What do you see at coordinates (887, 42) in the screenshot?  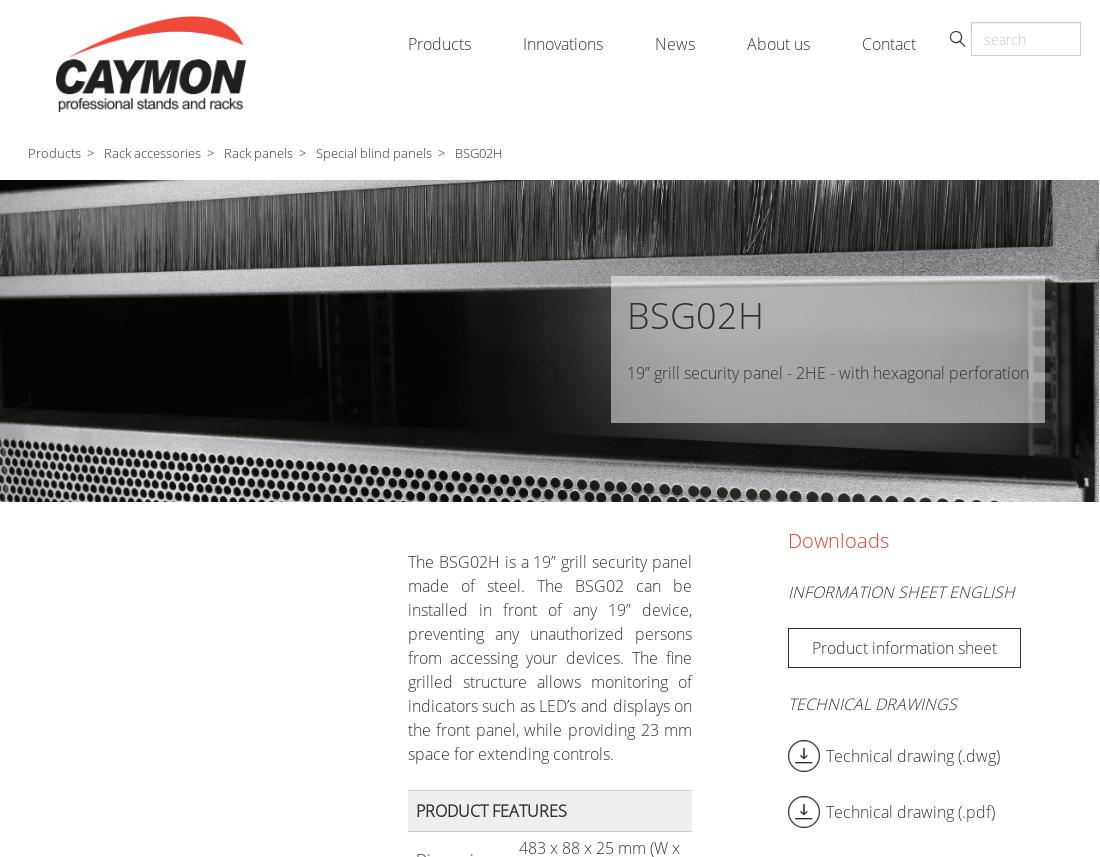 I see `'Contact'` at bounding box center [887, 42].